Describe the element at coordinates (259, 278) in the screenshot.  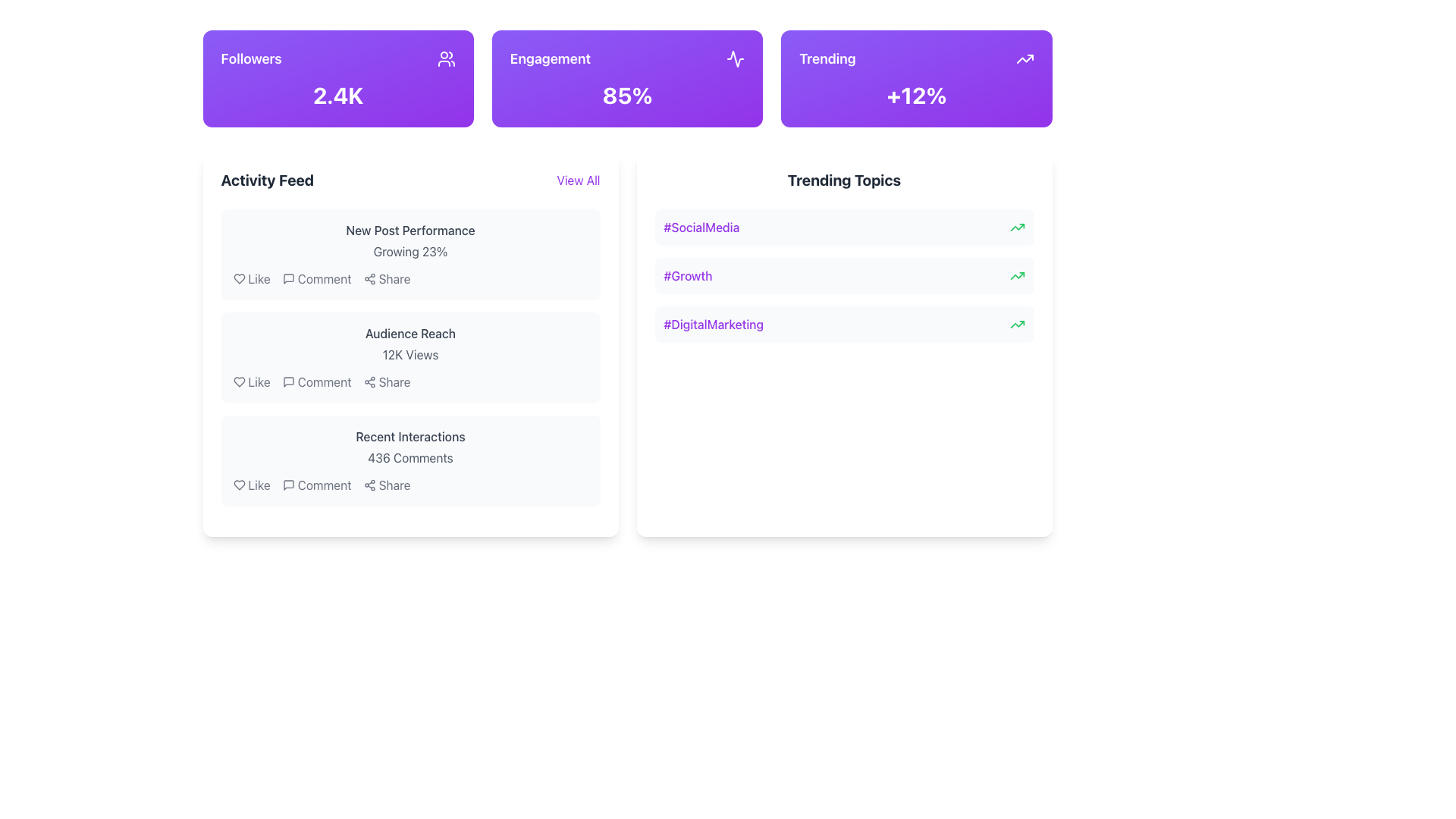
I see `the like button or label located in the first activity item under the 'Activity Feed' section, positioned after the heart icon in the interactive group with 'Comment' and 'Share' options` at that location.